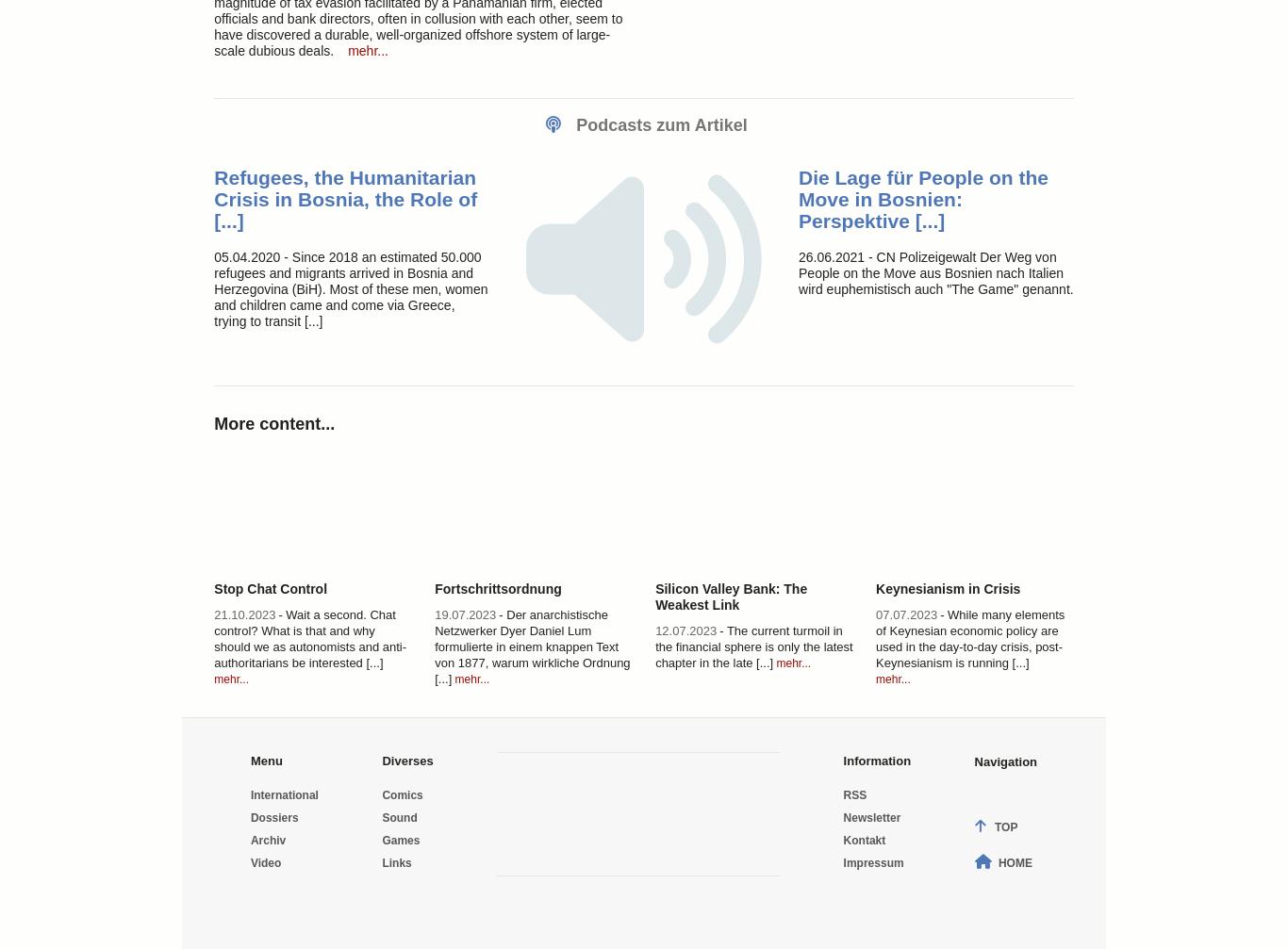  What do you see at coordinates (270, 587) in the screenshot?
I see `'Stop Chat Control'` at bounding box center [270, 587].